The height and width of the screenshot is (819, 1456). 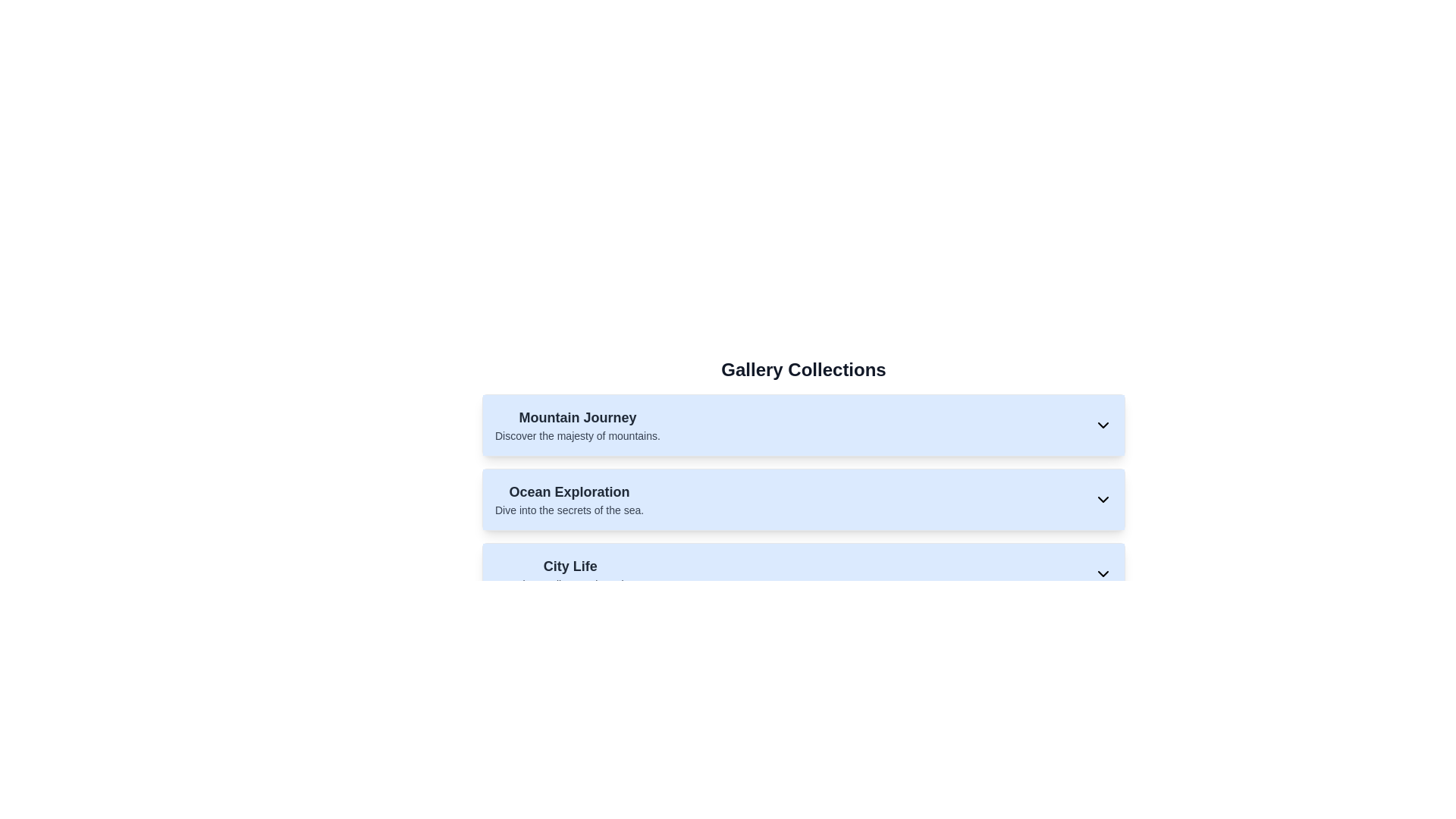 What do you see at coordinates (803, 573) in the screenshot?
I see `the 'City Life' interactive list item` at bounding box center [803, 573].